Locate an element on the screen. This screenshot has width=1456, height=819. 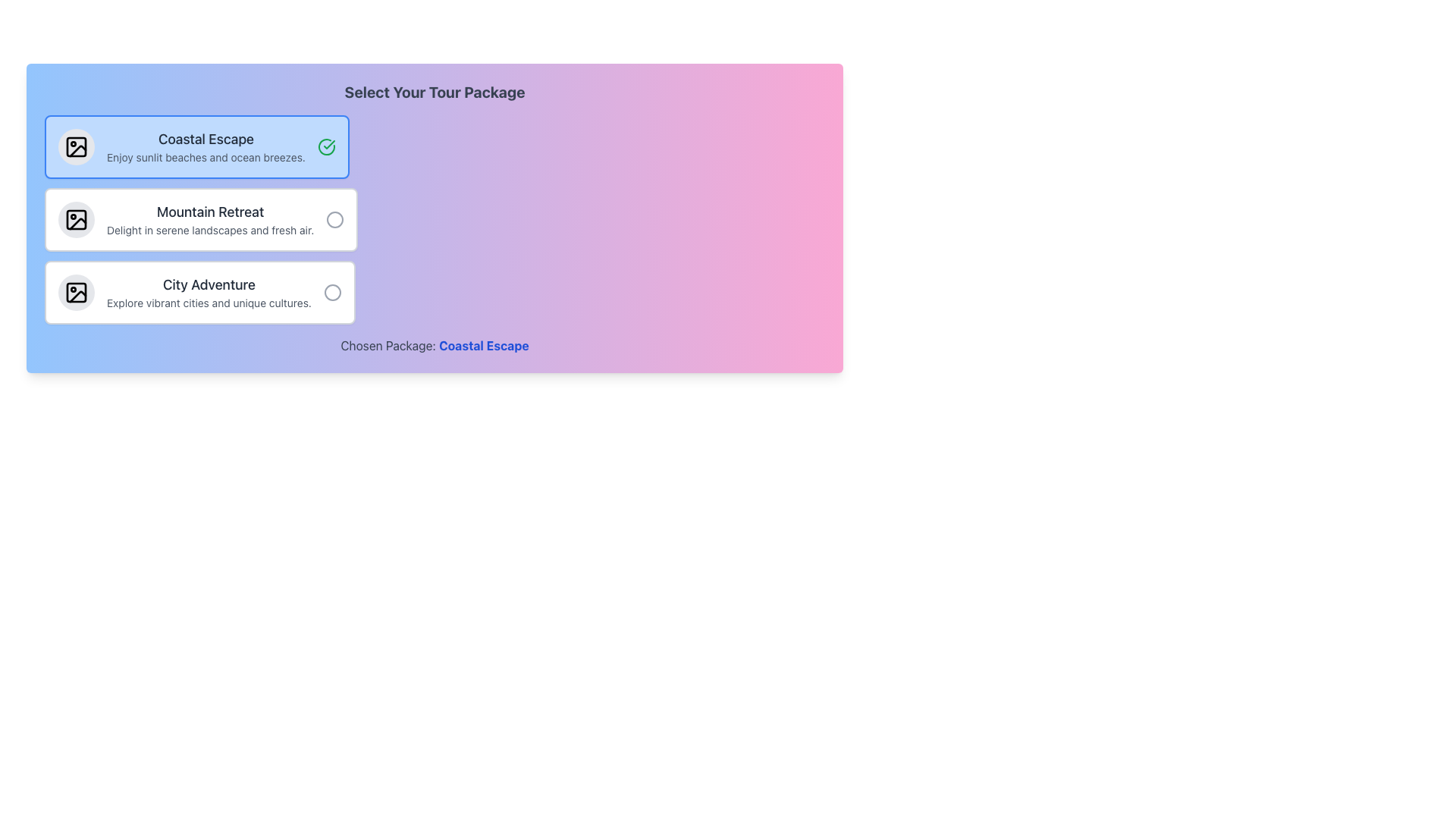
the graphic icon resembling a picture frame with a circular and triangular design inside it, located to the left of the 'Mountain Retreat' text in the vertical list of tour packages is located at coordinates (75, 219).